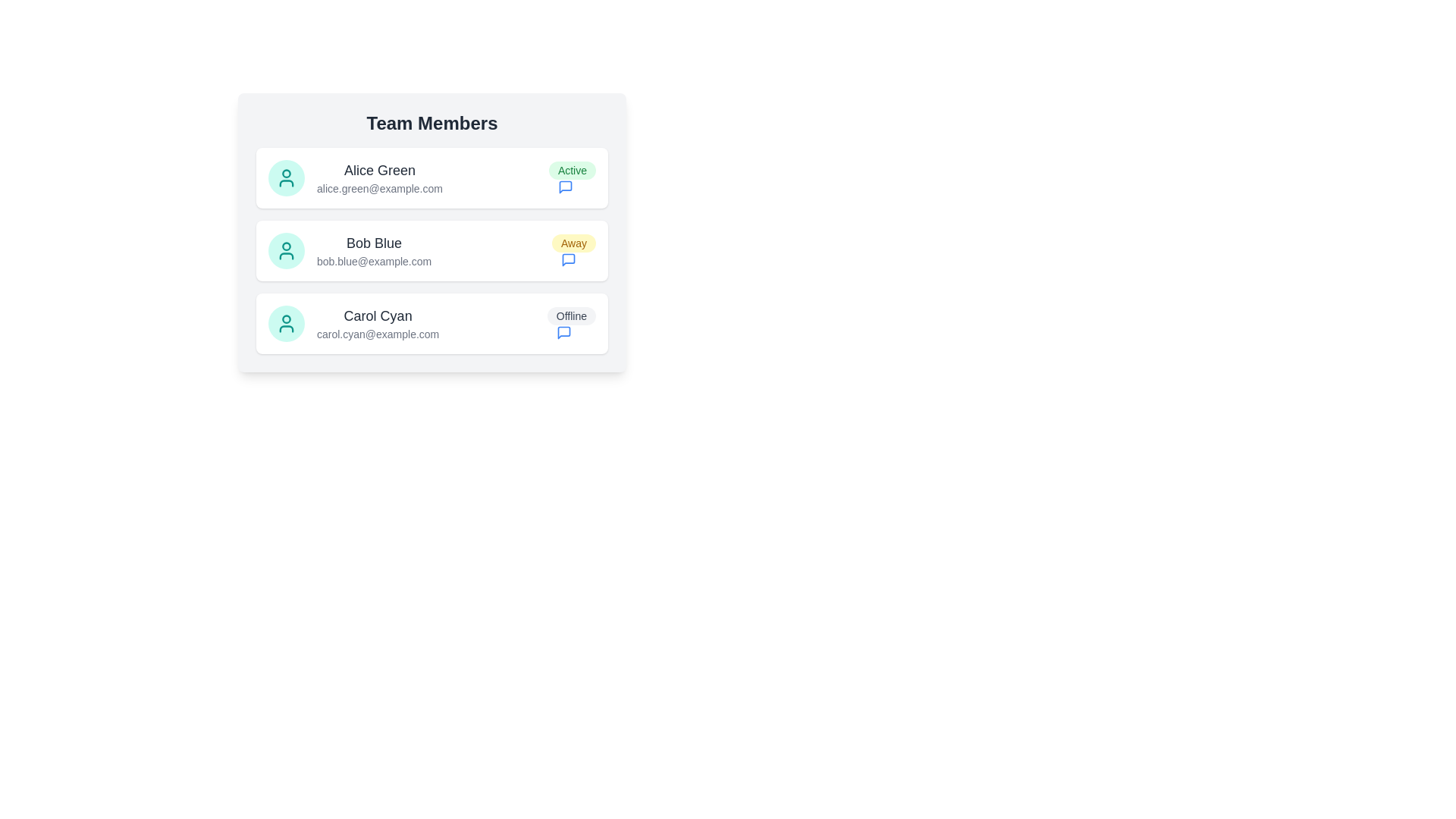 The image size is (1456, 819). What do you see at coordinates (571, 170) in the screenshot?
I see `the 'Active' status badge located to the right of the user's name 'Alice Green' and email address` at bounding box center [571, 170].